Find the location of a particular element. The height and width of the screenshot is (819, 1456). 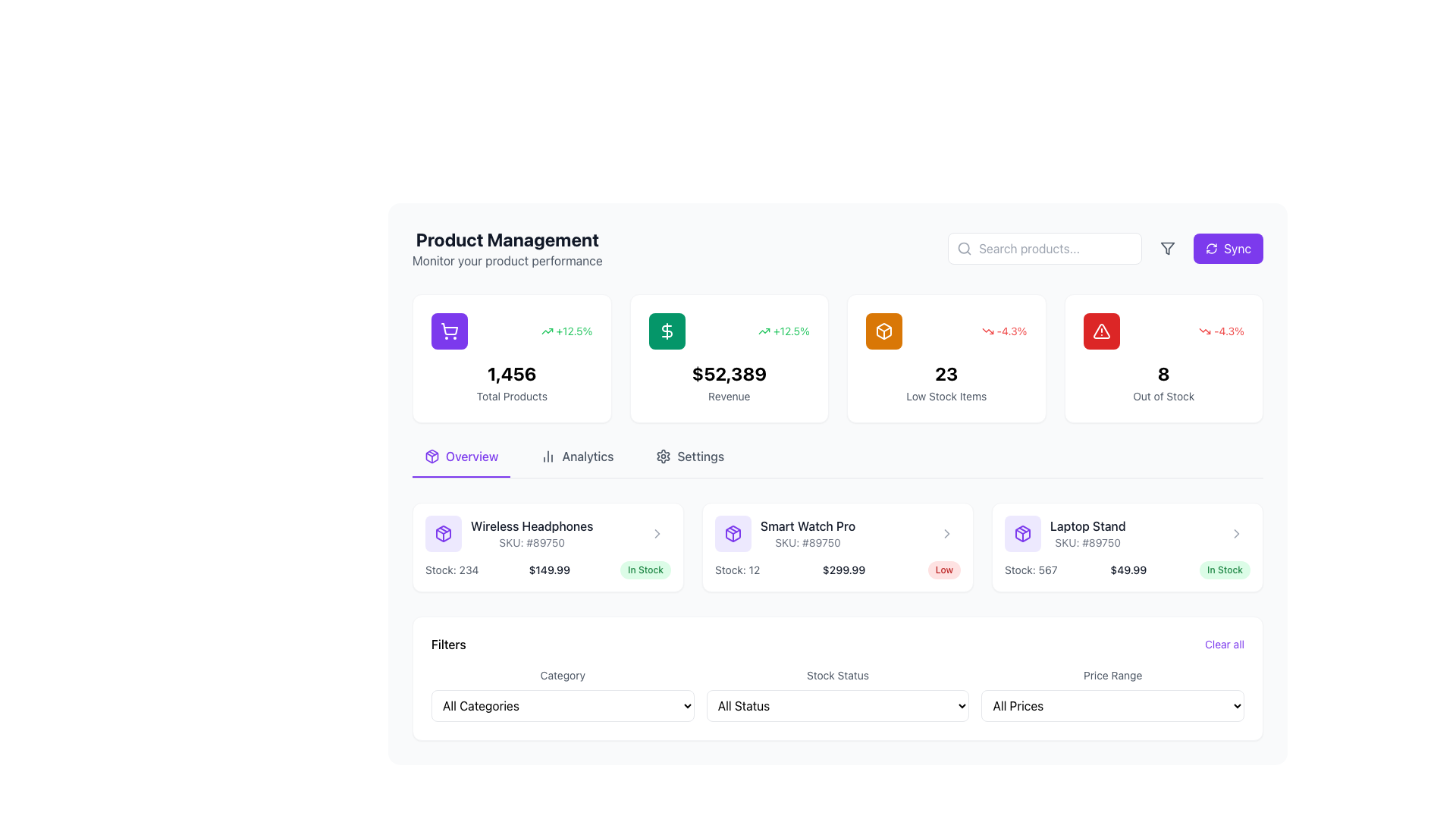

availability status information from the Badge indicating the product's stock status, positioned to the far right after the text 'Stock: 567' and '$49.99' within the card-like layout for 'Laptop Stand' is located at coordinates (1225, 570).